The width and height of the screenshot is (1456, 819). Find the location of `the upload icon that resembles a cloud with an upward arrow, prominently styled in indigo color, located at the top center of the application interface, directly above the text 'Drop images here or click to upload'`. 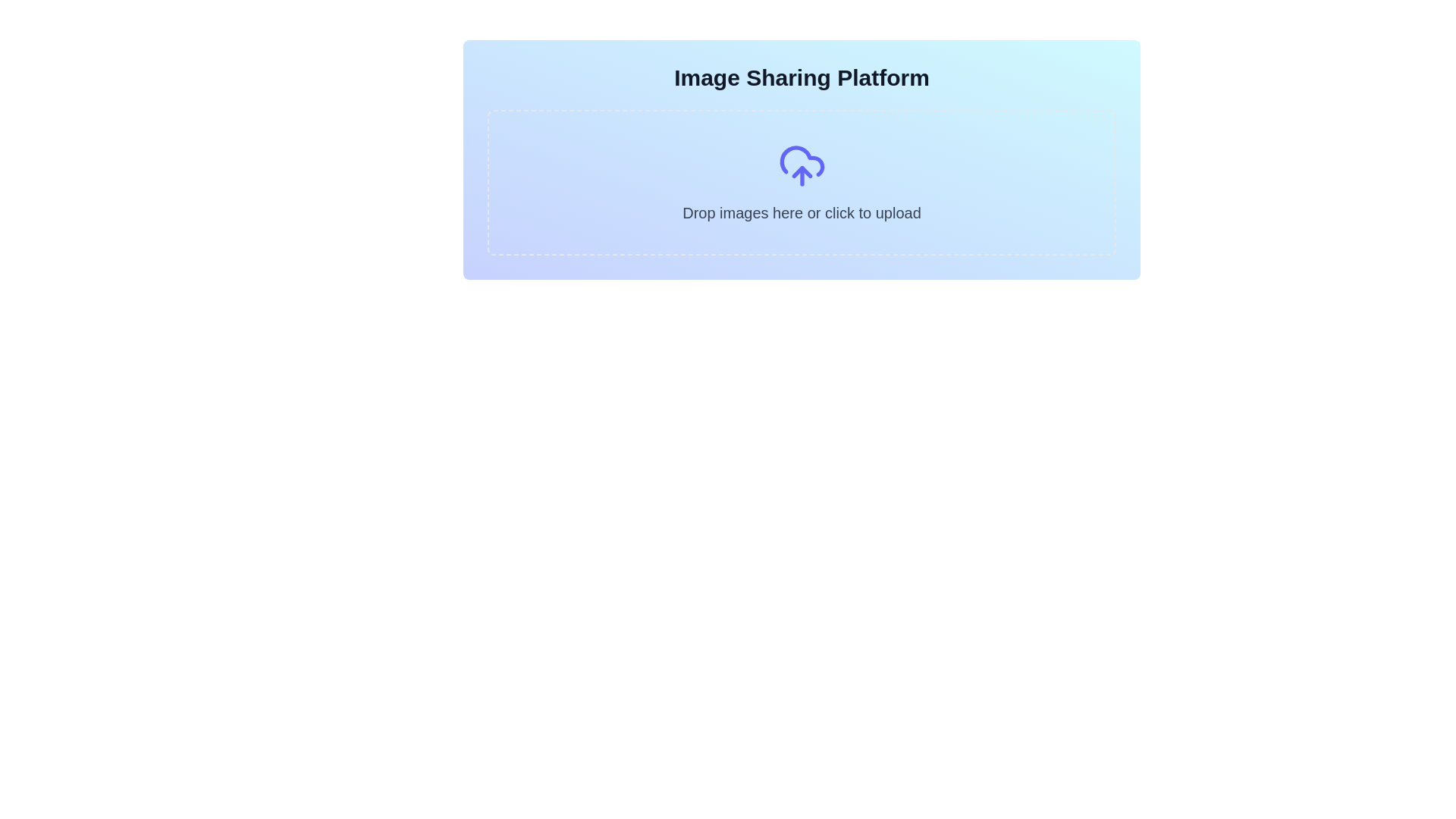

the upload icon that resembles a cloud with an upward arrow, prominently styled in indigo color, located at the top center of the application interface, directly above the text 'Drop images here or click to upload' is located at coordinates (801, 166).